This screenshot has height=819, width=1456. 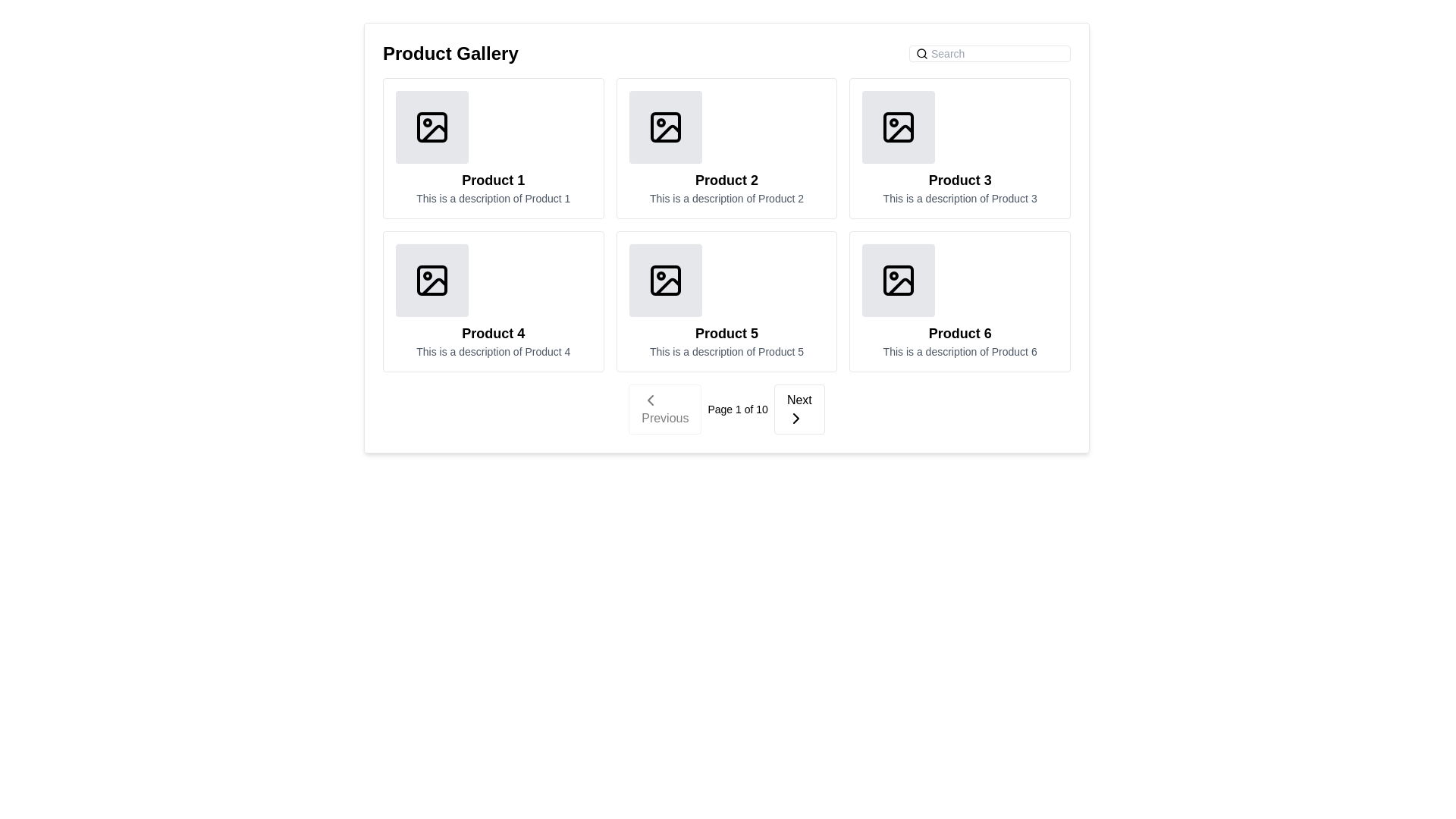 I want to click on the chevron arrow icon located at the bottom-center of the interface, adjacent to the 'Next' text, which serves as a navigation indicator for moving to the next content or page, so click(x=795, y=418).